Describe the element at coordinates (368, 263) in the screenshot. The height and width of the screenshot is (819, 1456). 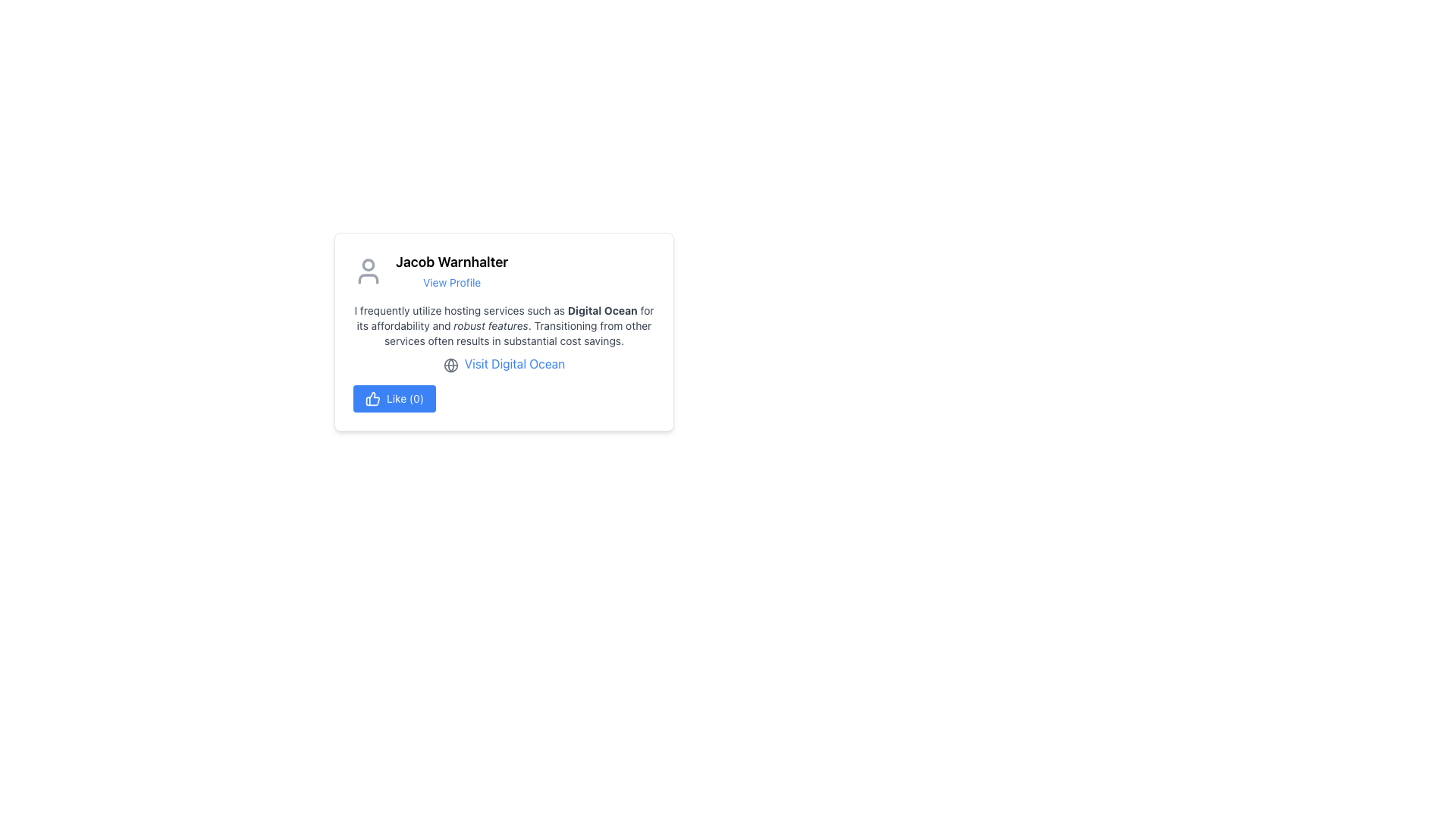
I see `the SVG Circle element that visually represents the user's profile indication, located at the top section of the user profile card` at that location.